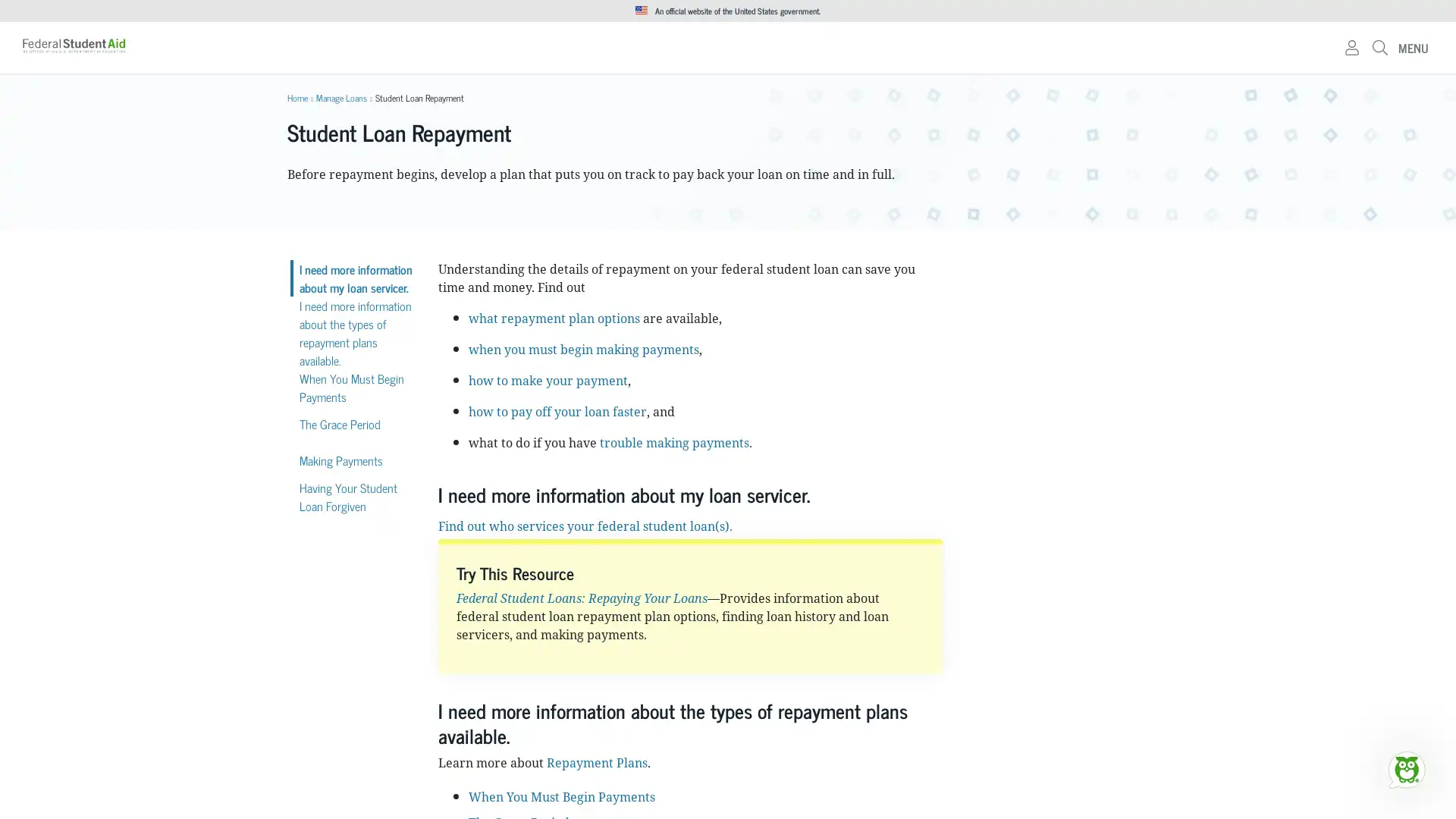 The width and height of the screenshot is (1456, 819). I want to click on Initiate Chat, so click(1405, 769).